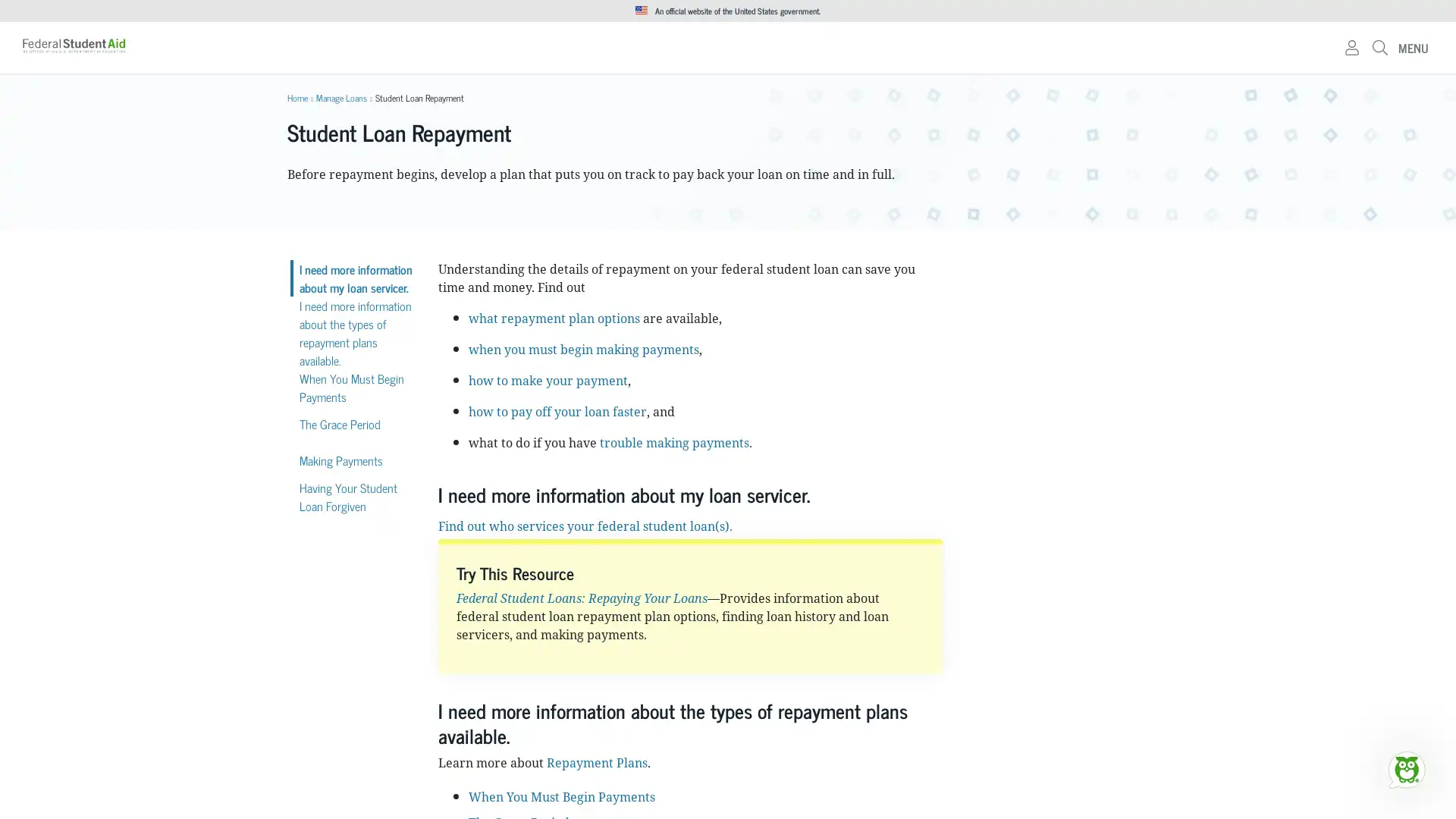 The width and height of the screenshot is (1456, 819). I want to click on Initiate Chat, so click(1405, 769).